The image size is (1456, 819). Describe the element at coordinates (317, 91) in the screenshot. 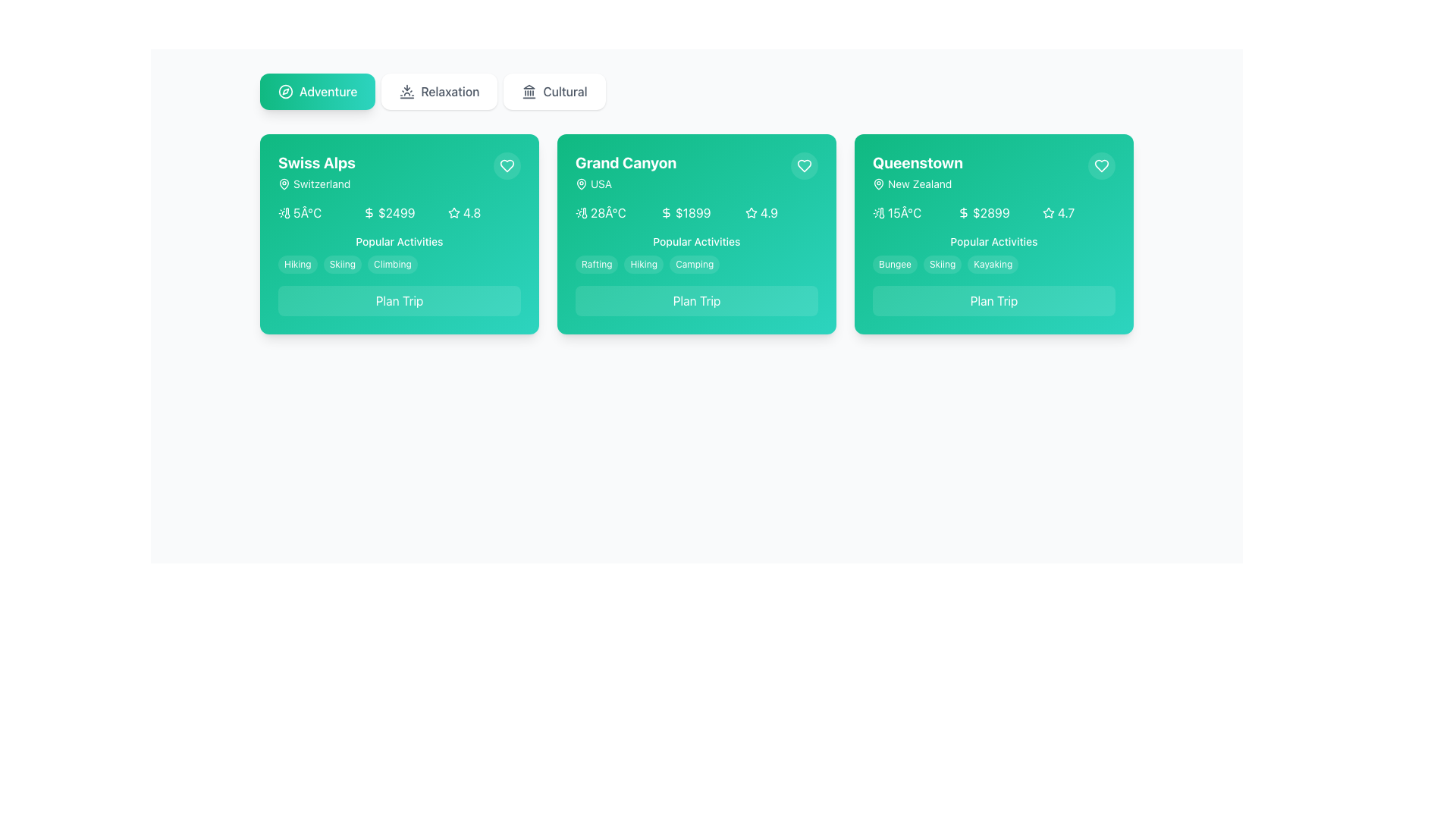

I see `the category selection button for 'Adventure'` at that location.